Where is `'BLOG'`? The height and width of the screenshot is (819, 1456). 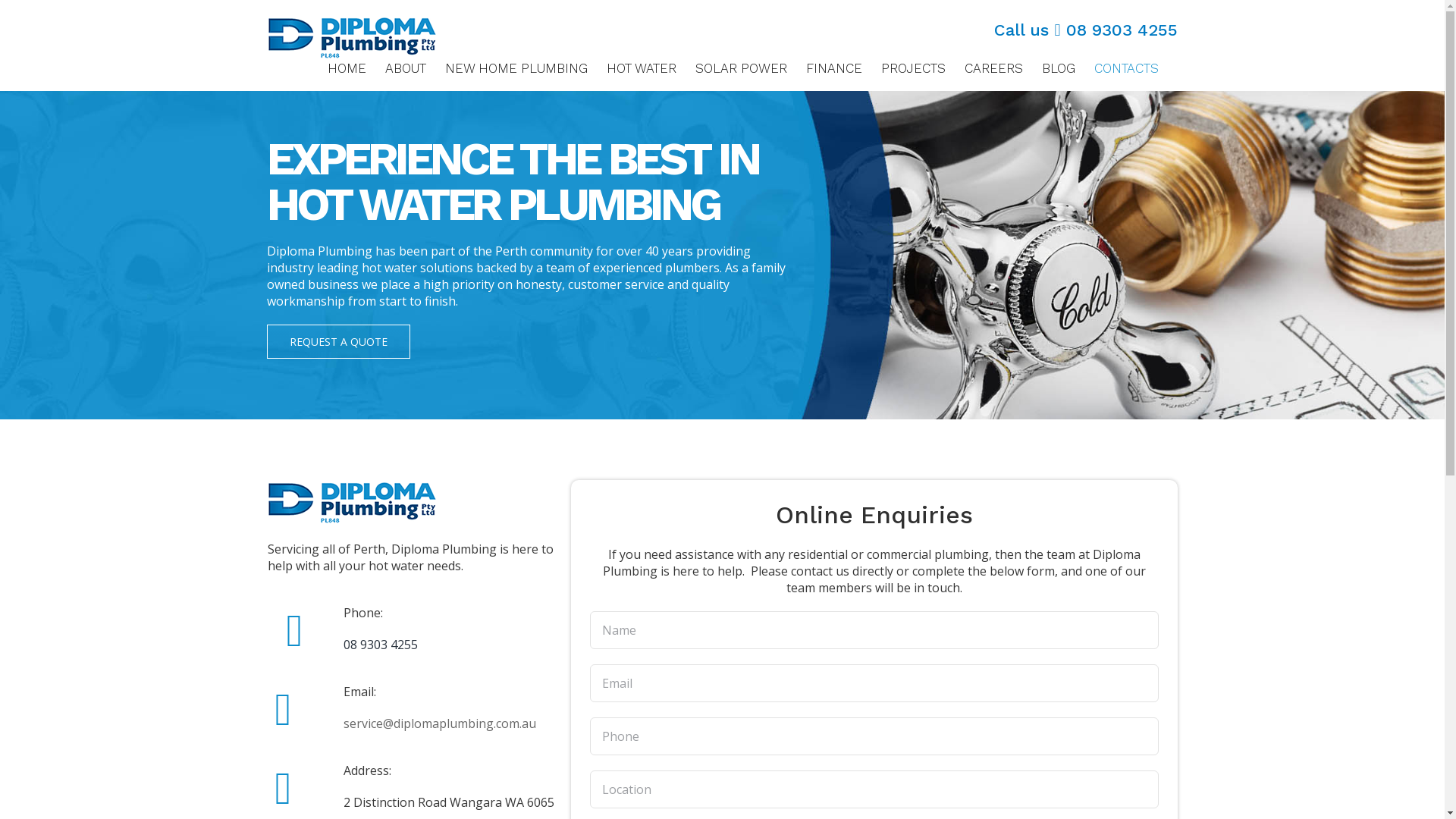
'BLOG' is located at coordinates (1058, 67).